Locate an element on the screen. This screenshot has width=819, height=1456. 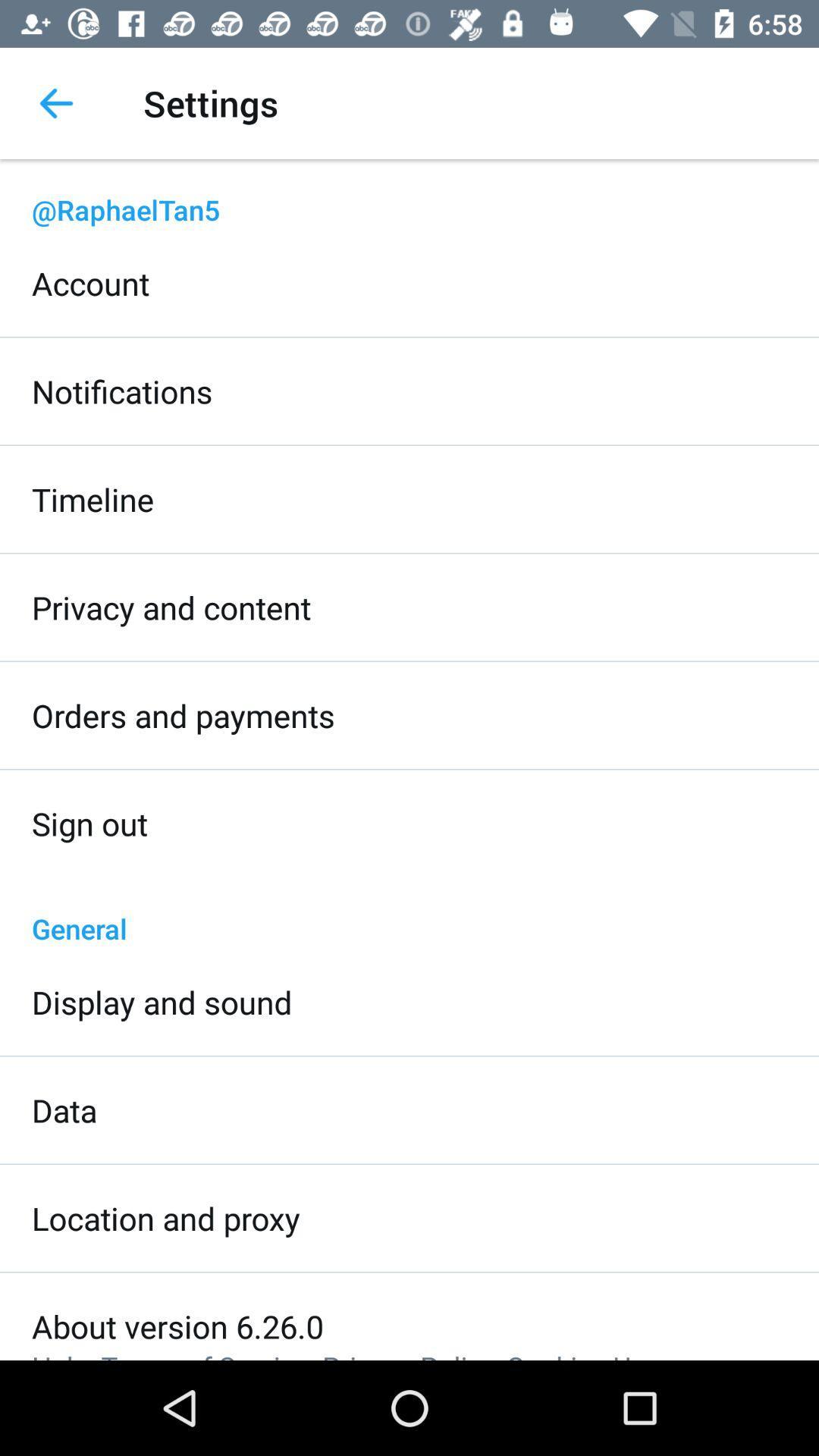
icon above the orders and payments icon is located at coordinates (171, 607).